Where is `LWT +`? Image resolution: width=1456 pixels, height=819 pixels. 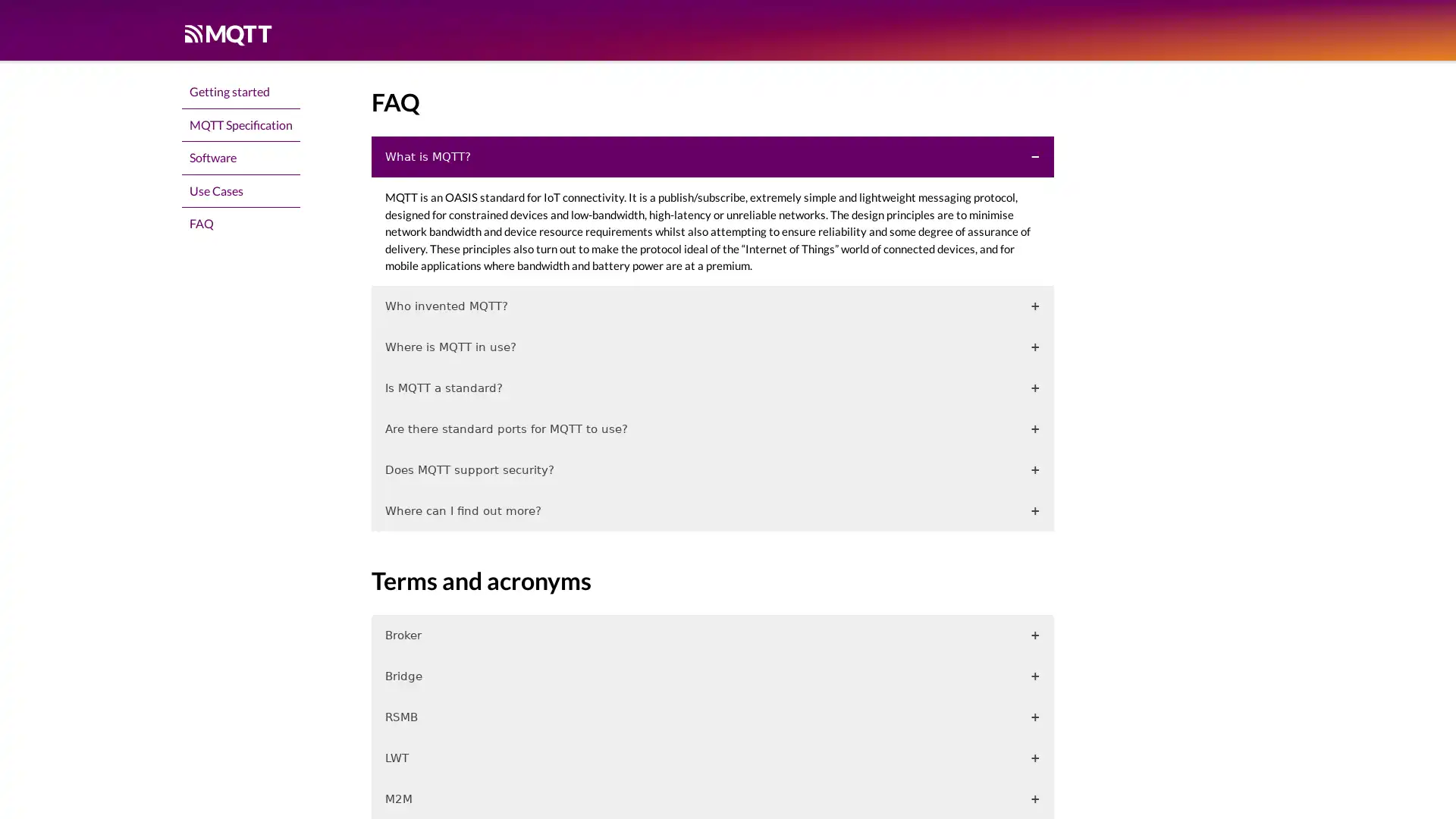 LWT + is located at coordinates (712, 758).